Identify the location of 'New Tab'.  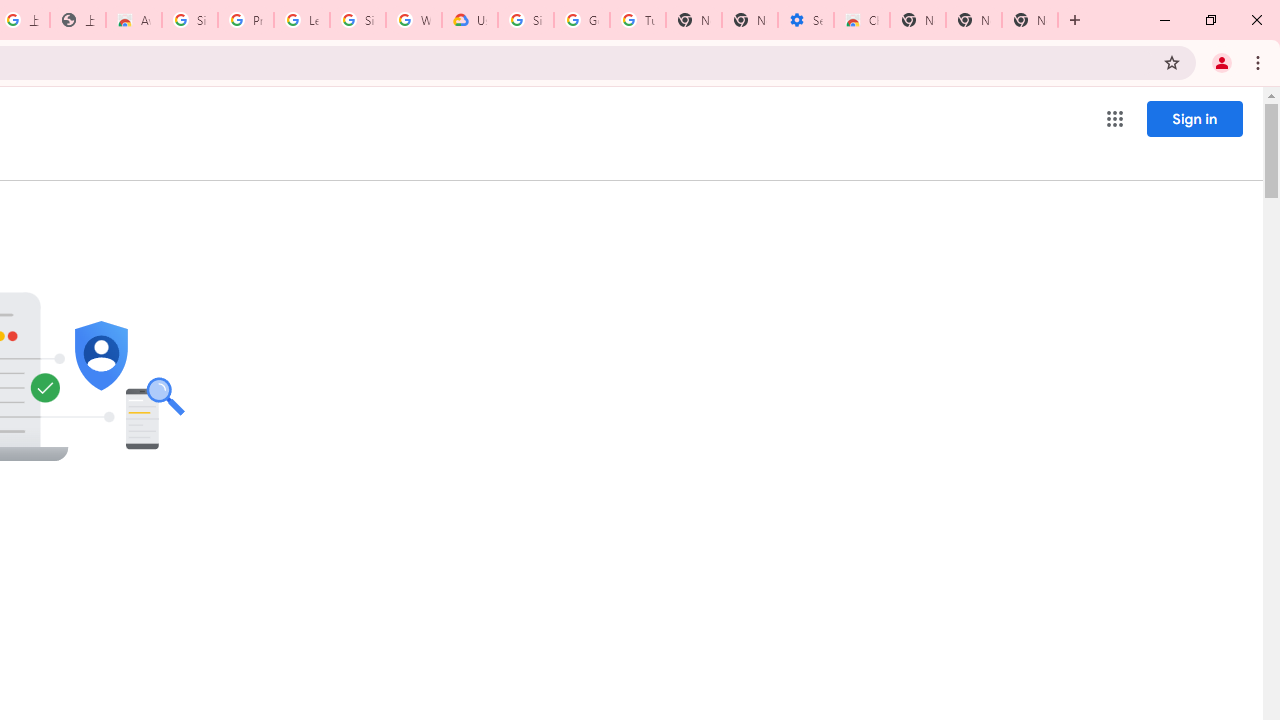
(1030, 20).